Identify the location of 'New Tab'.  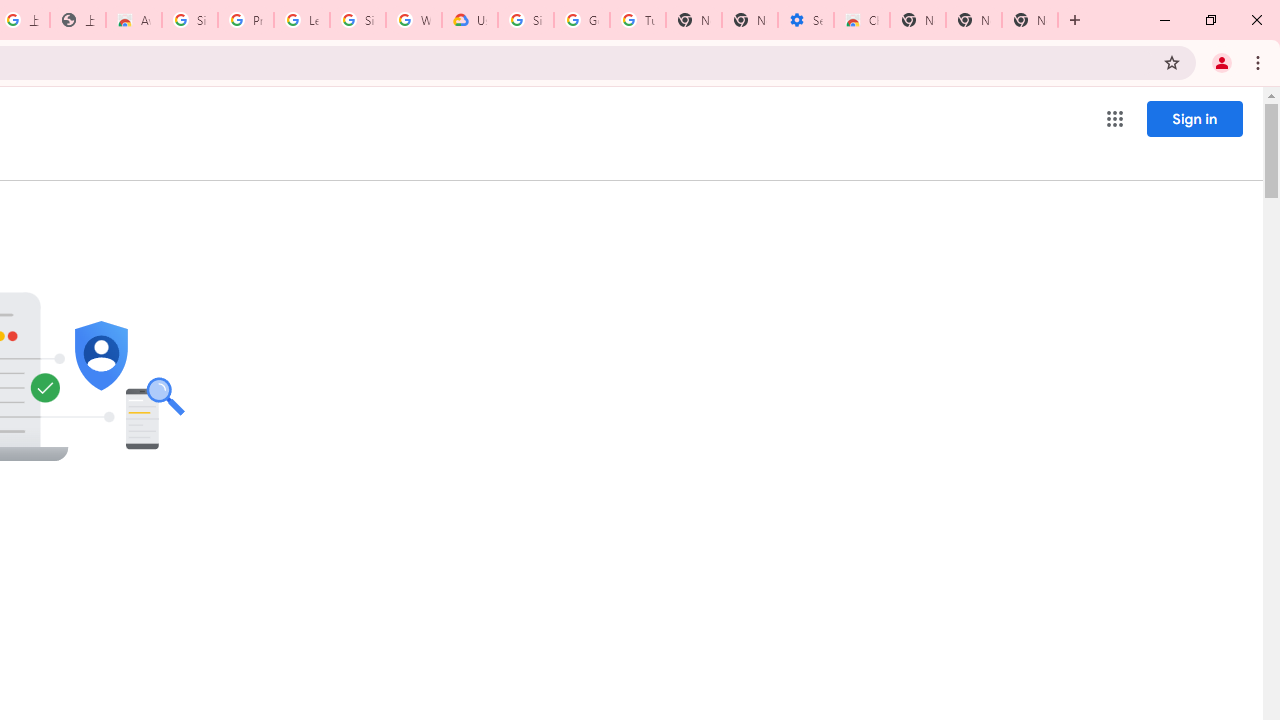
(1030, 20).